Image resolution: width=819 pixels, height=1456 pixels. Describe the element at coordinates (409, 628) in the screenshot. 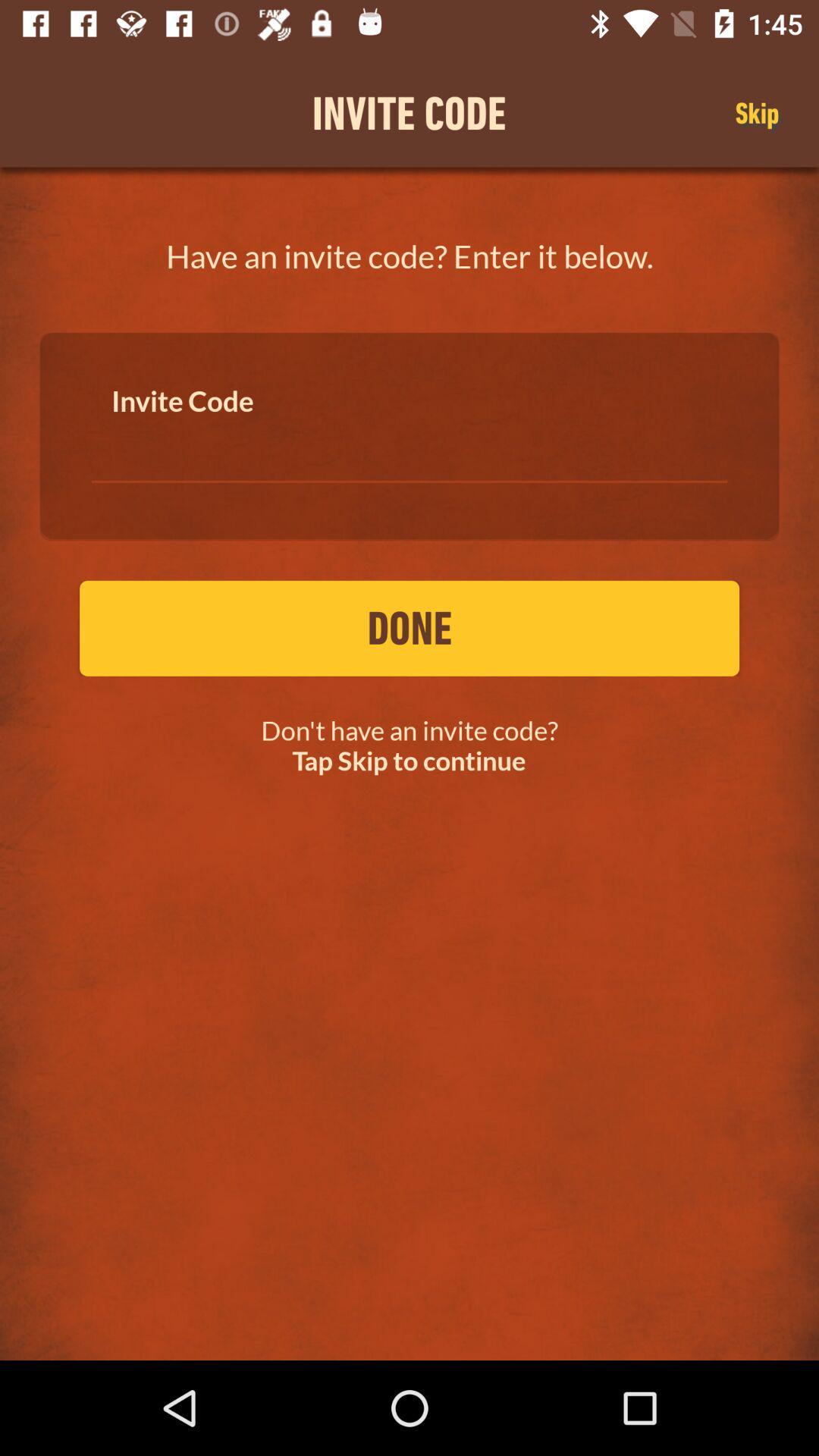

I see `done item` at that location.